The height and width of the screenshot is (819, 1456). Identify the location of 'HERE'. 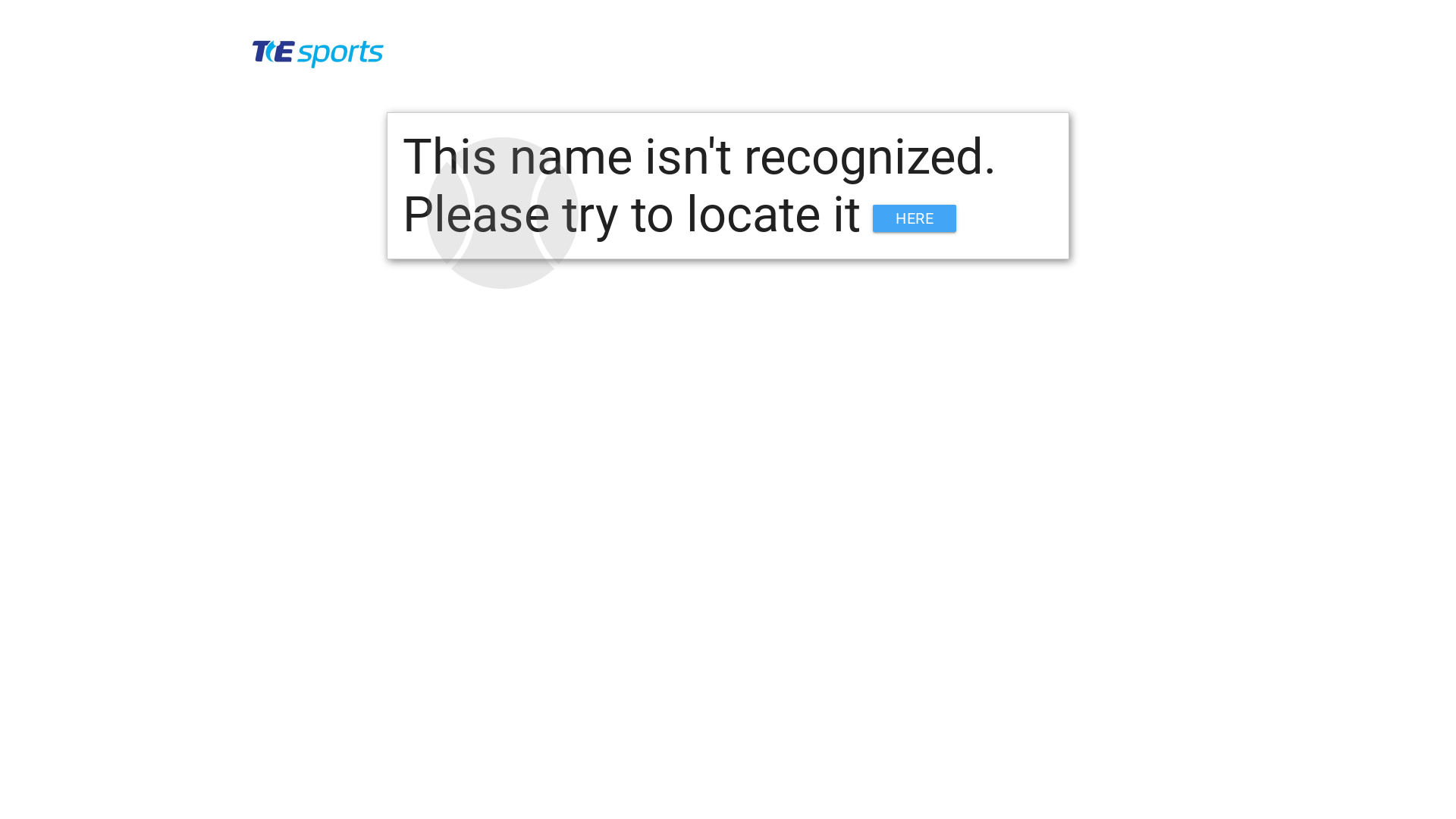
(913, 218).